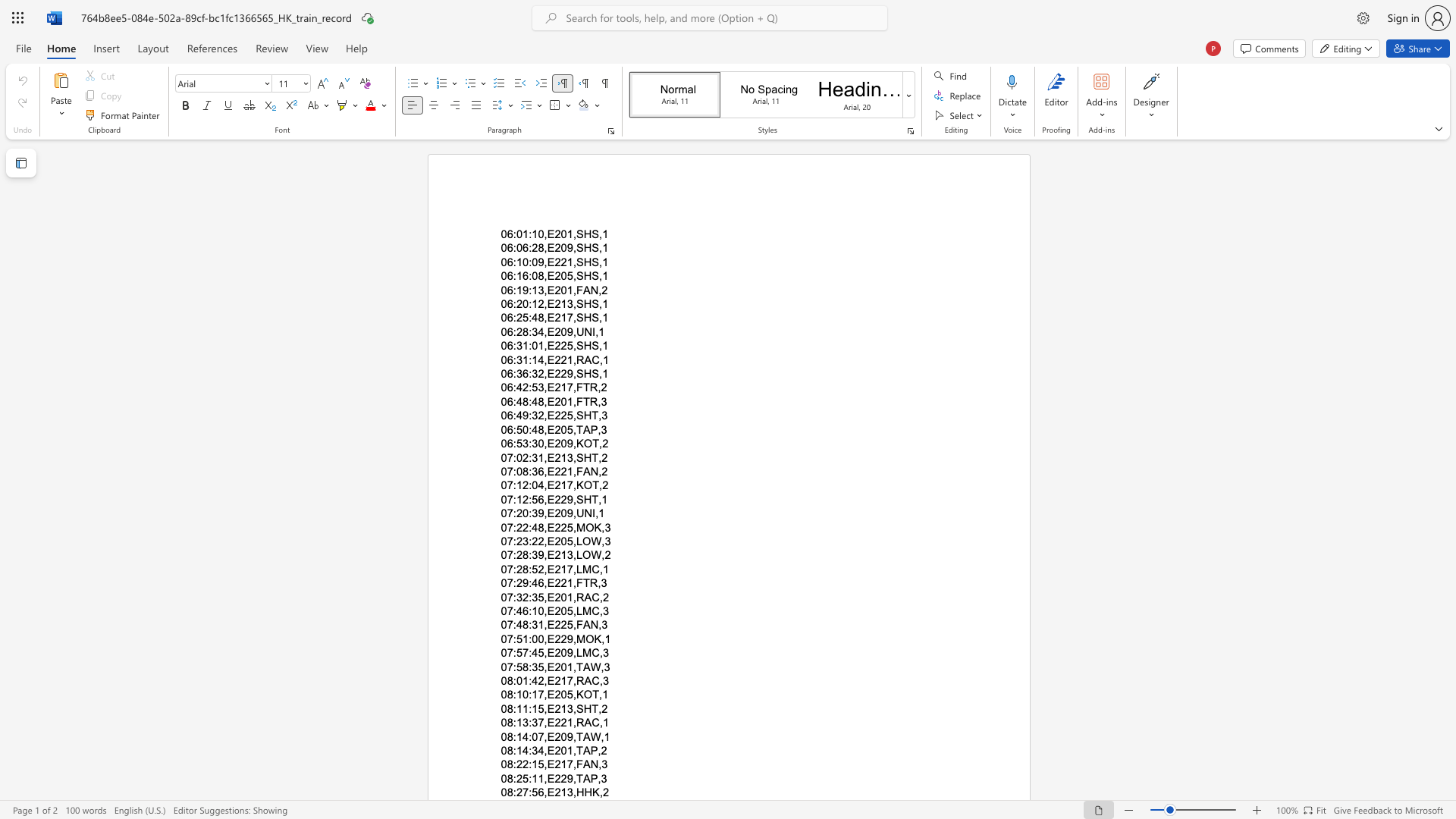 This screenshot has height=819, width=1456. I want to click on the subset text ":2" within the text "06:28:34,E209,UNI,1", so click(513, 331).